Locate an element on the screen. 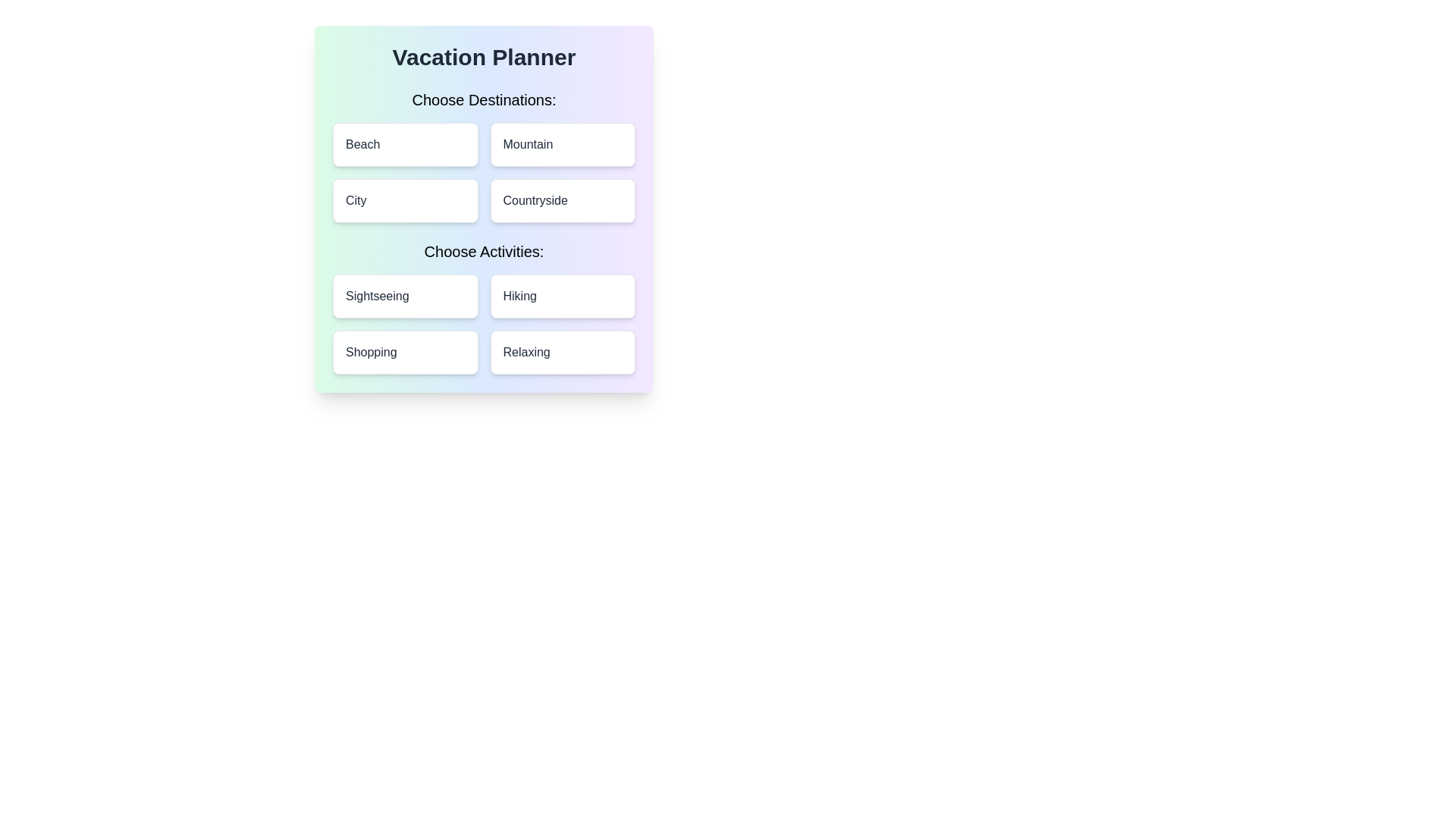 The height and width of the screenshot is (819, 1456). the 'Countryside' option in the second row and second column of the 'Choose Destinations' section in the 'Vacation Planner' interface is located at coordinates (535, 200).